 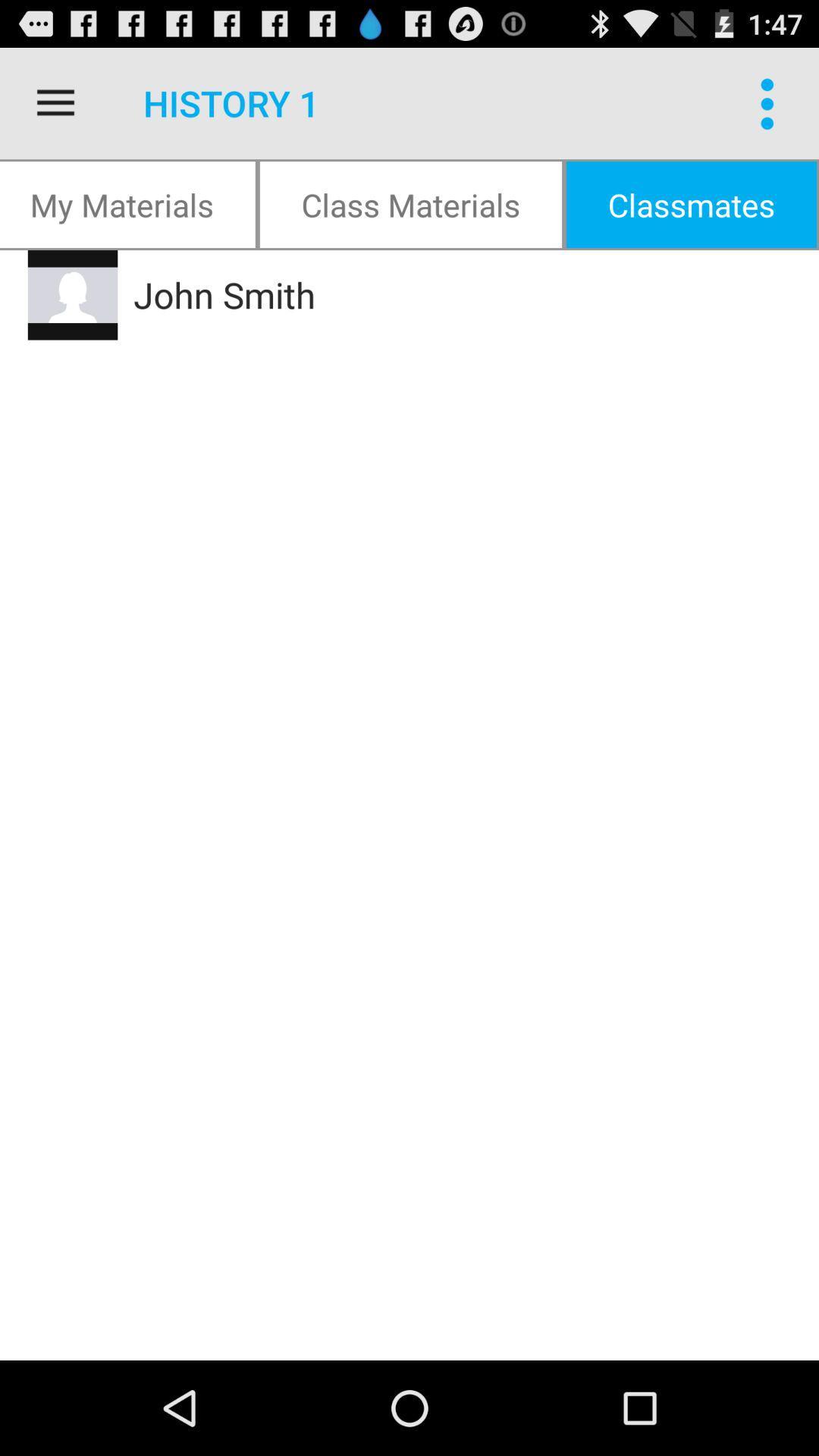 What do you see at coordinates (410, 203) in the screenshot?
I see `icon to the left of classmates item` at bounding box center [410, 203].